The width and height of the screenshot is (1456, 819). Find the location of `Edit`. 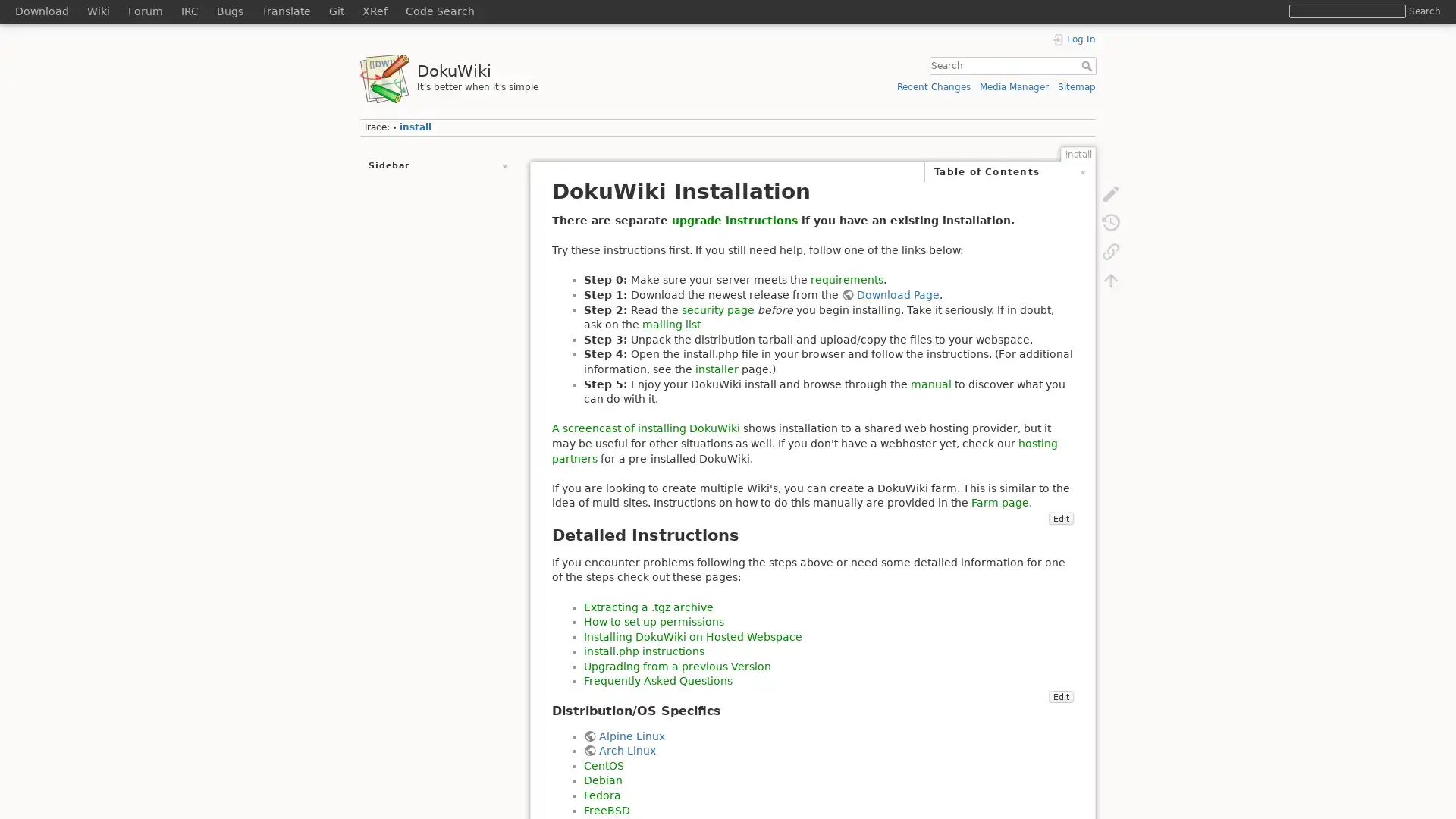

Edit is located at coordinates (1059, 562).